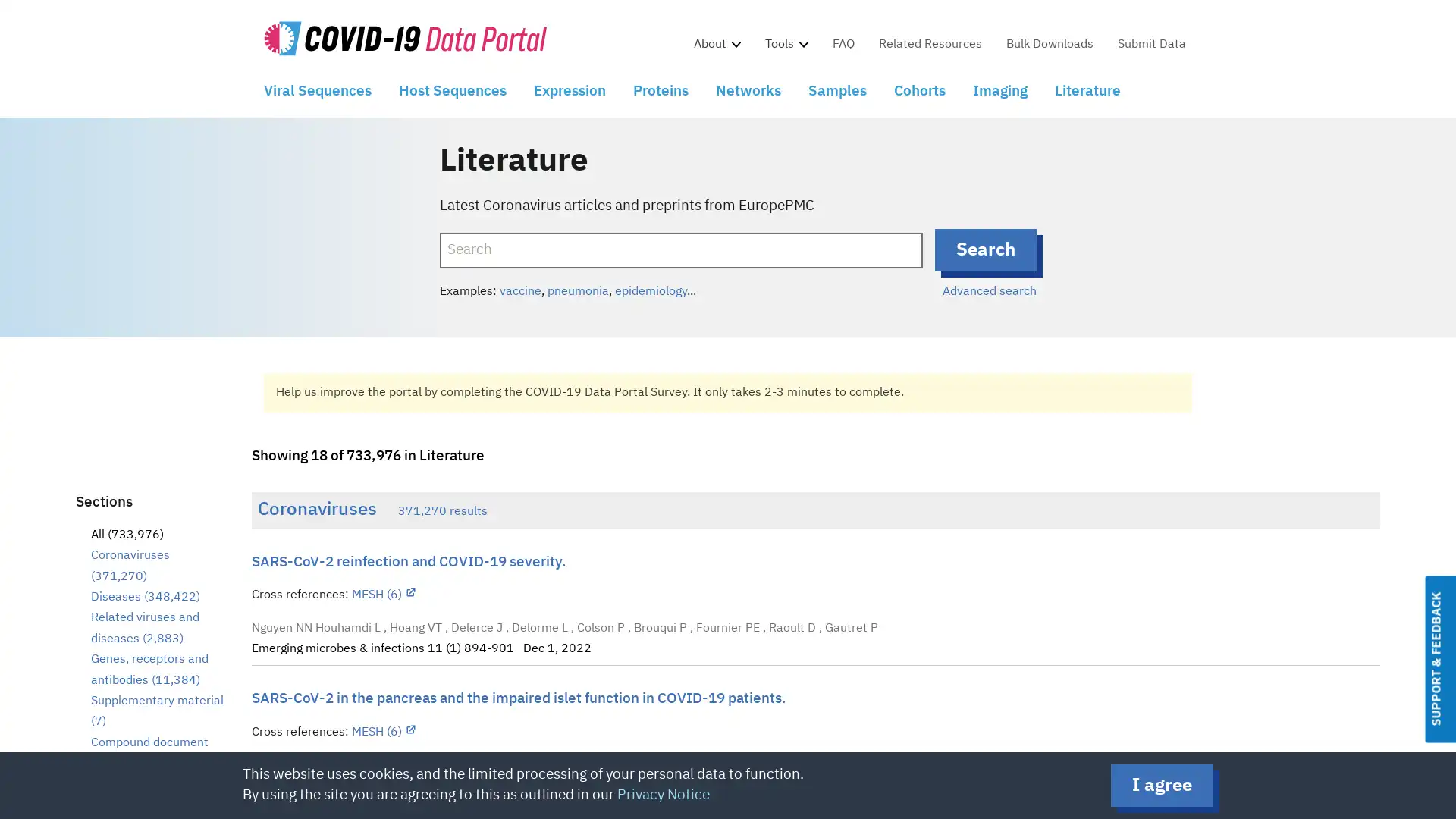  Describe the element at coordinates (985, 249) in the screenshot. I see `Search` at that location.